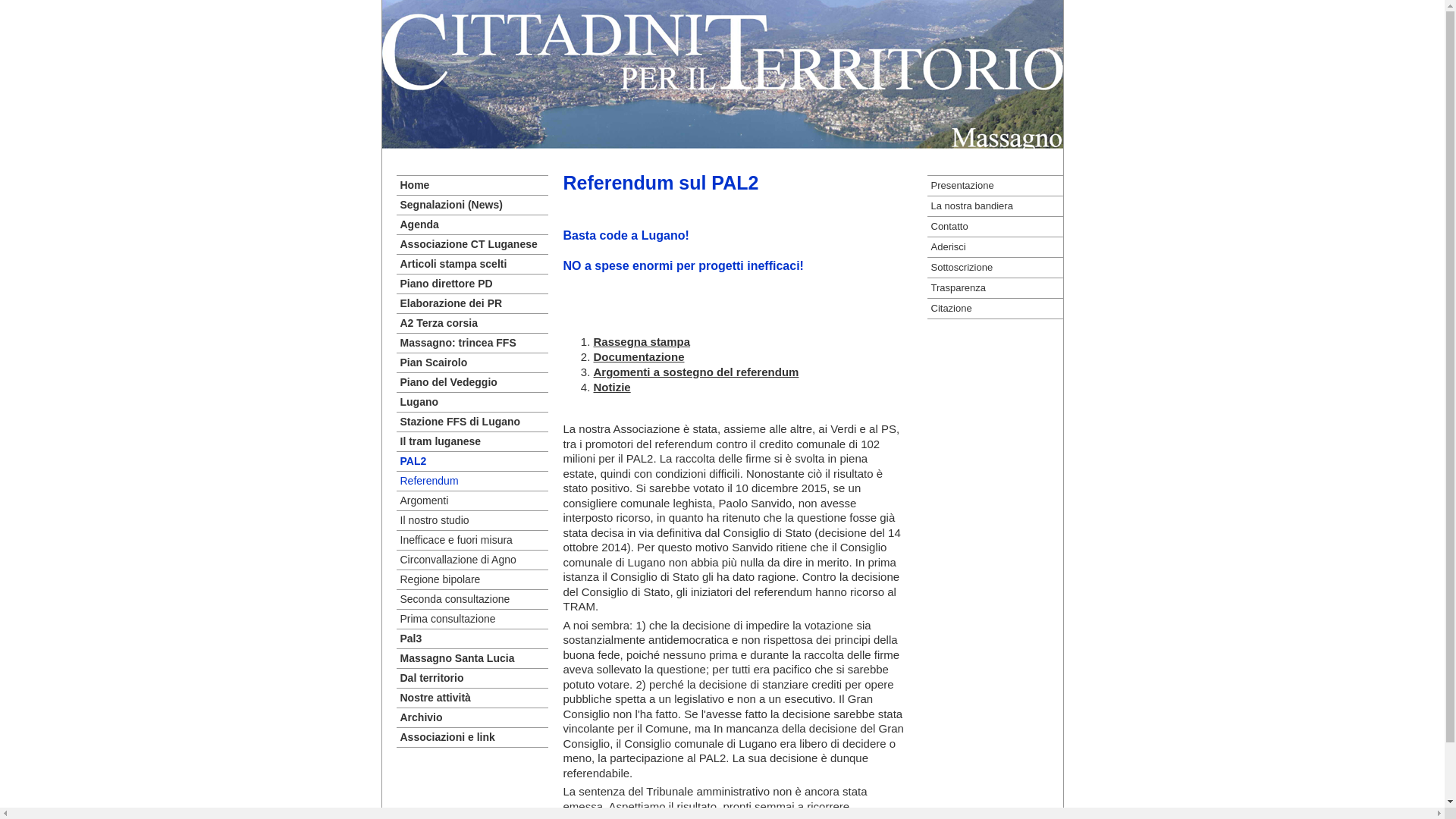 The height and width of the screenshot is (819, 1456). What do you see at coordinates (471, 717) in the screenshot?
I see `'Archivio'` at bounding box center [471, 717].